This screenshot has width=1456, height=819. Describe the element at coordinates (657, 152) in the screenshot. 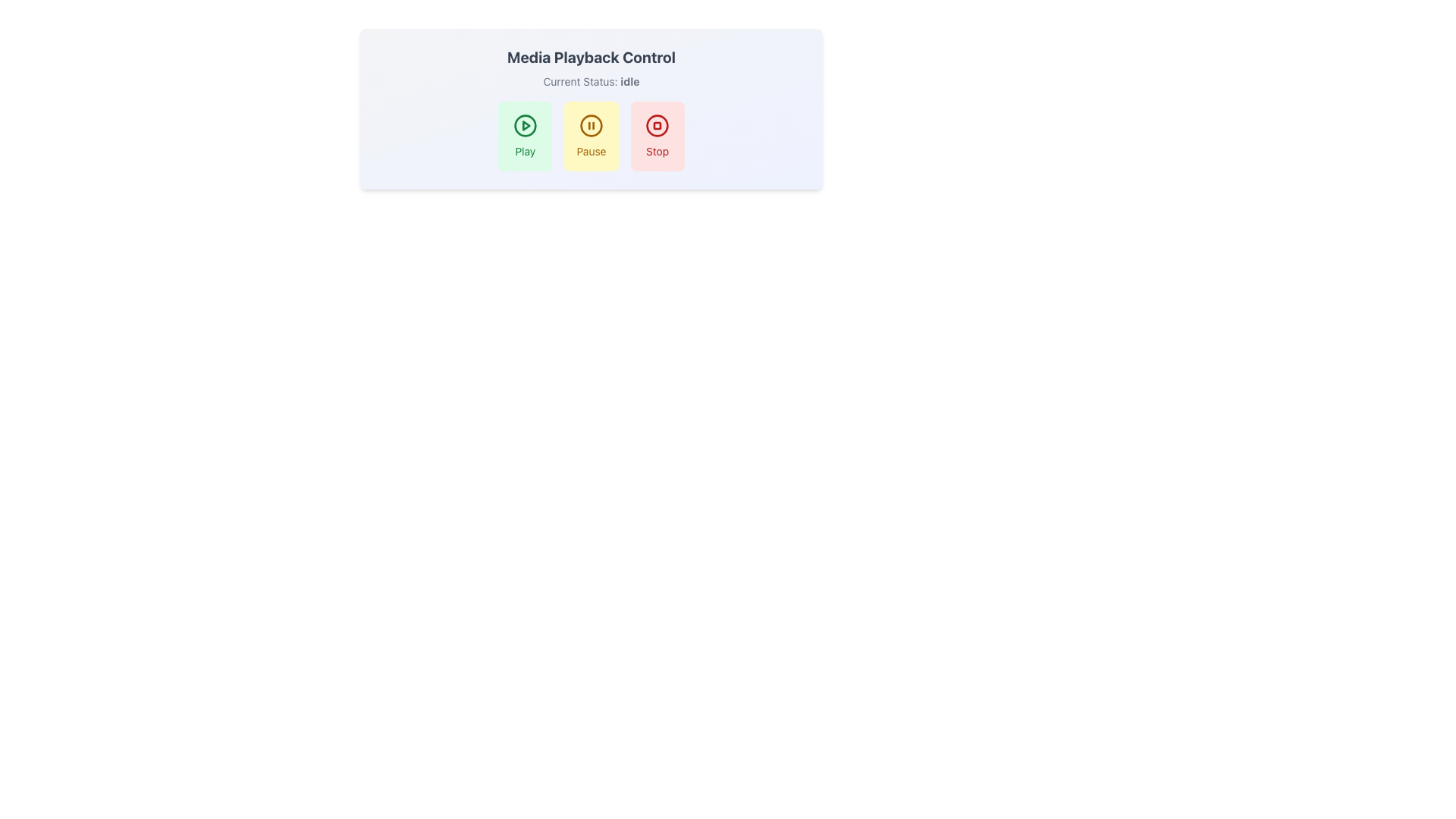

I see `the text label 'Stop' which is displayed in red color at the bottom of the red rounded rectangular card in the third column of a three-card grid` at that location.